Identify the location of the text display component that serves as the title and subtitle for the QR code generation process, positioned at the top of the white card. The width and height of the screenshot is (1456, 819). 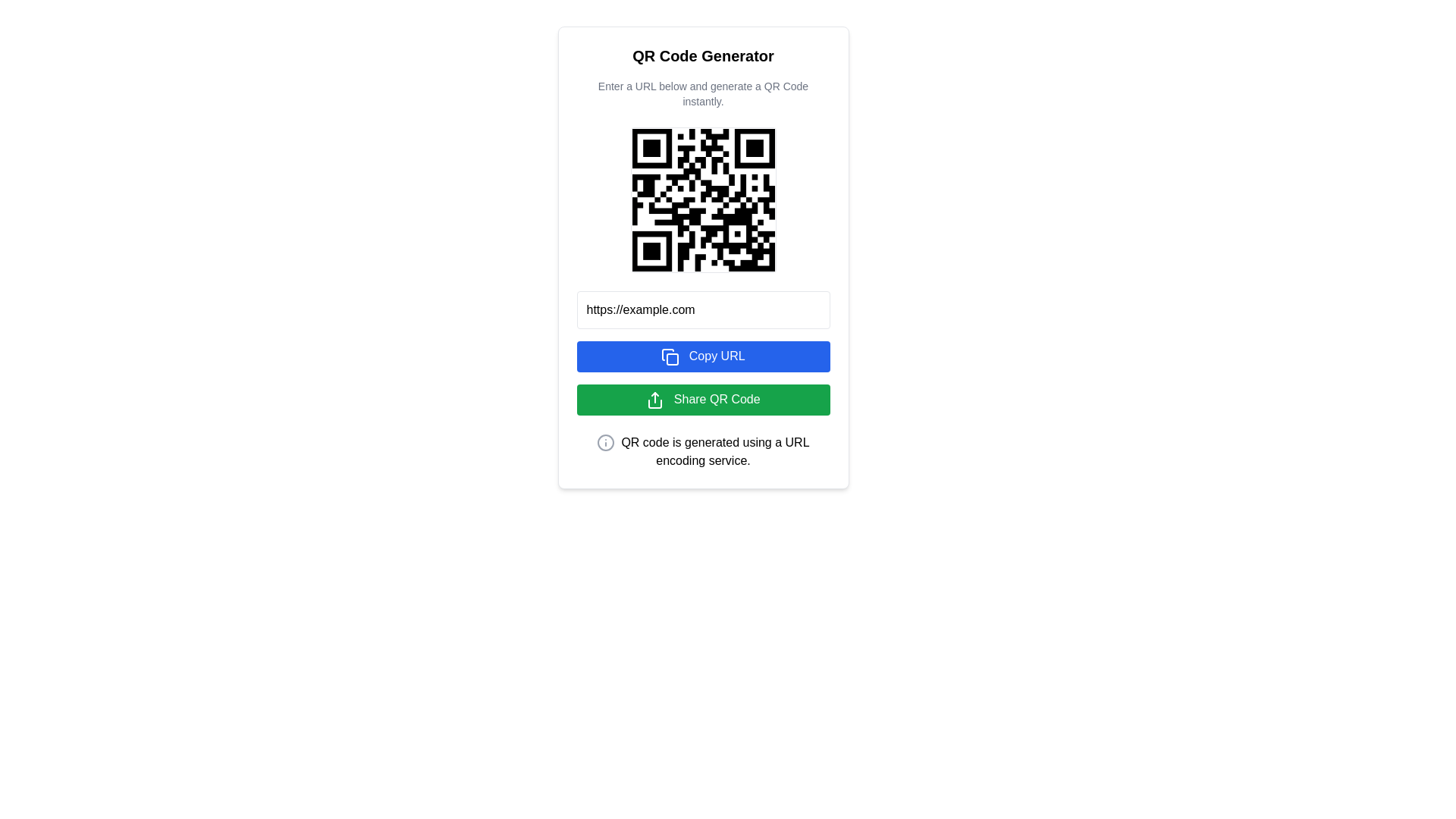
(702, 77).